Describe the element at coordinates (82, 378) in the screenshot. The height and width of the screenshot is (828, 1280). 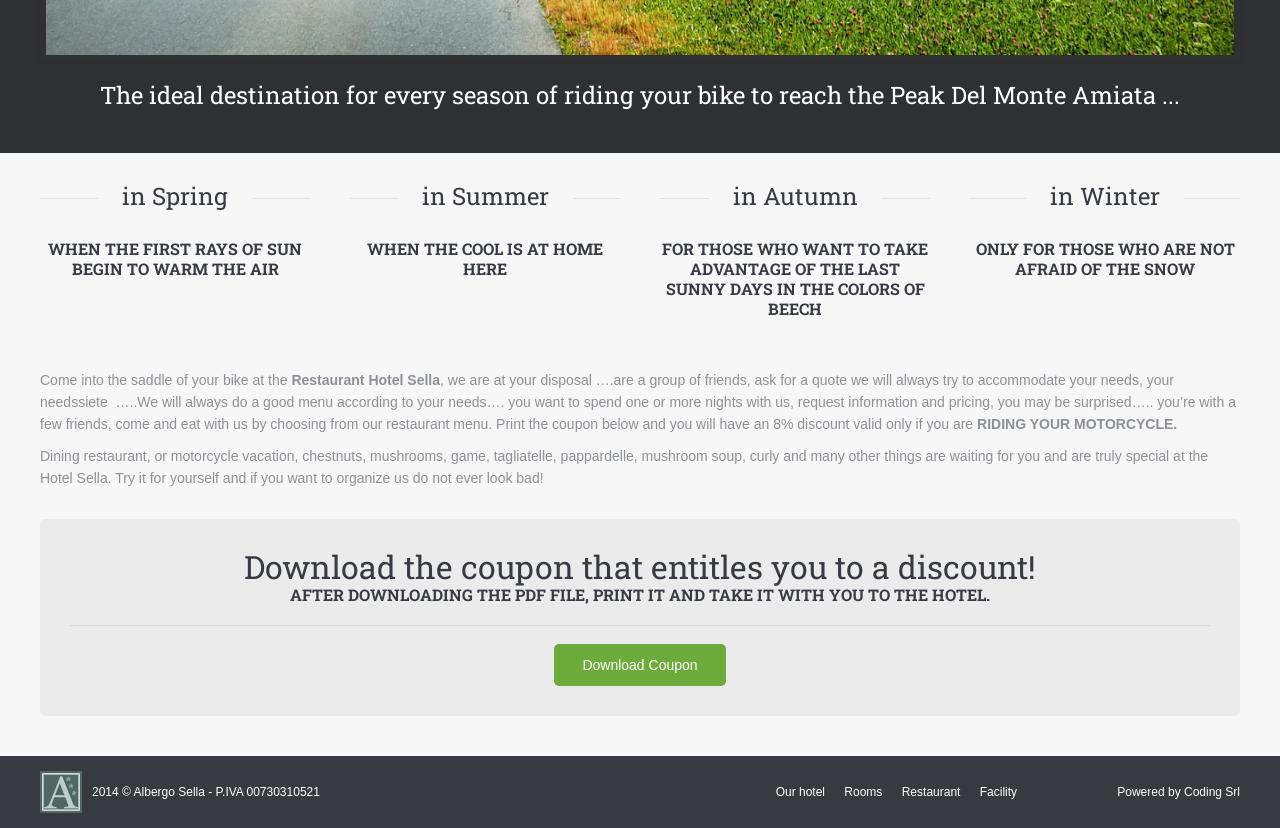
I see `'Come into the'` at that location.